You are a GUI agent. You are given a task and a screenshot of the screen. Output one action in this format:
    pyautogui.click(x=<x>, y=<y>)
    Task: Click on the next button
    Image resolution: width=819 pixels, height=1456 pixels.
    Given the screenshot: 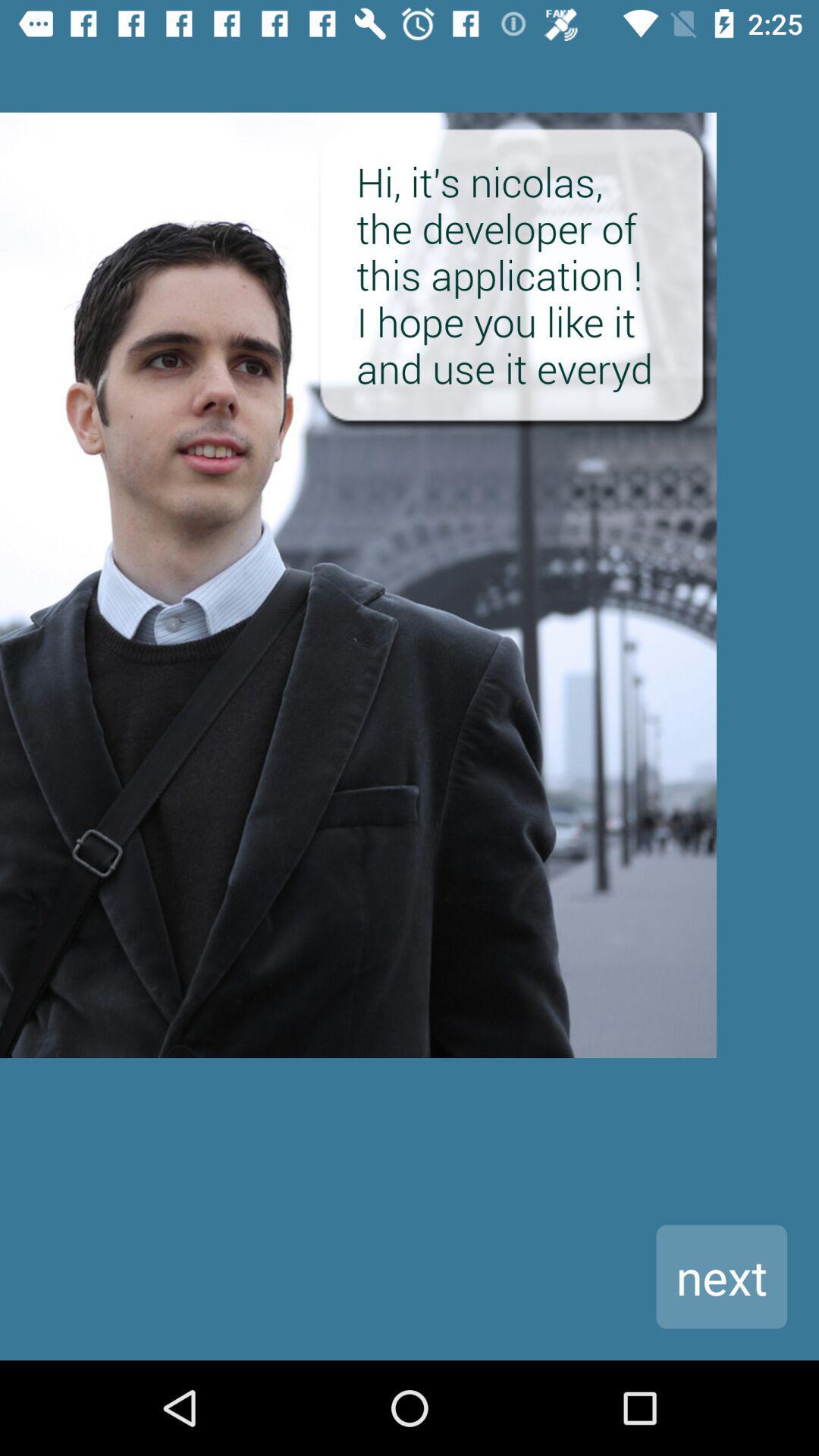 What is the action you would take?
    pyautogui.click(x=720, y=1276)
    